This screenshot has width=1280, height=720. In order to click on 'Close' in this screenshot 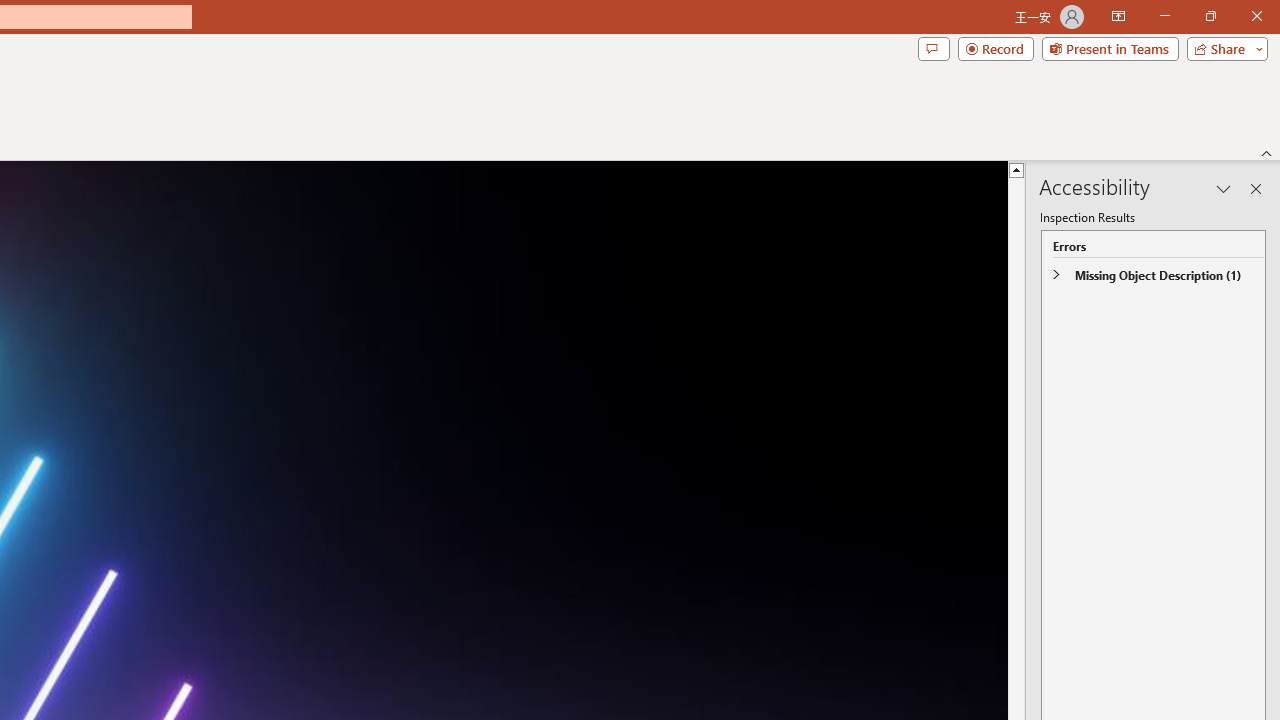, I will do `click(1255, 16)`.